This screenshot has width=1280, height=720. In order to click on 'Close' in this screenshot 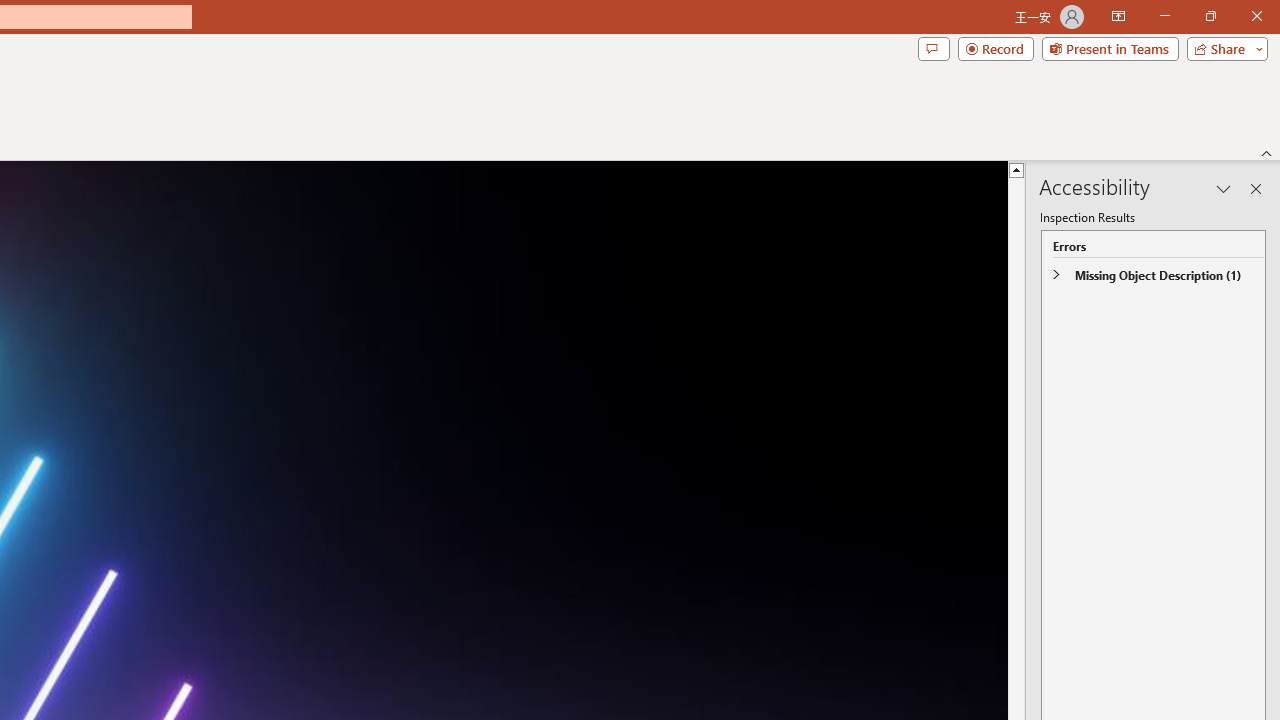, I will do `click(1255, 16)`.